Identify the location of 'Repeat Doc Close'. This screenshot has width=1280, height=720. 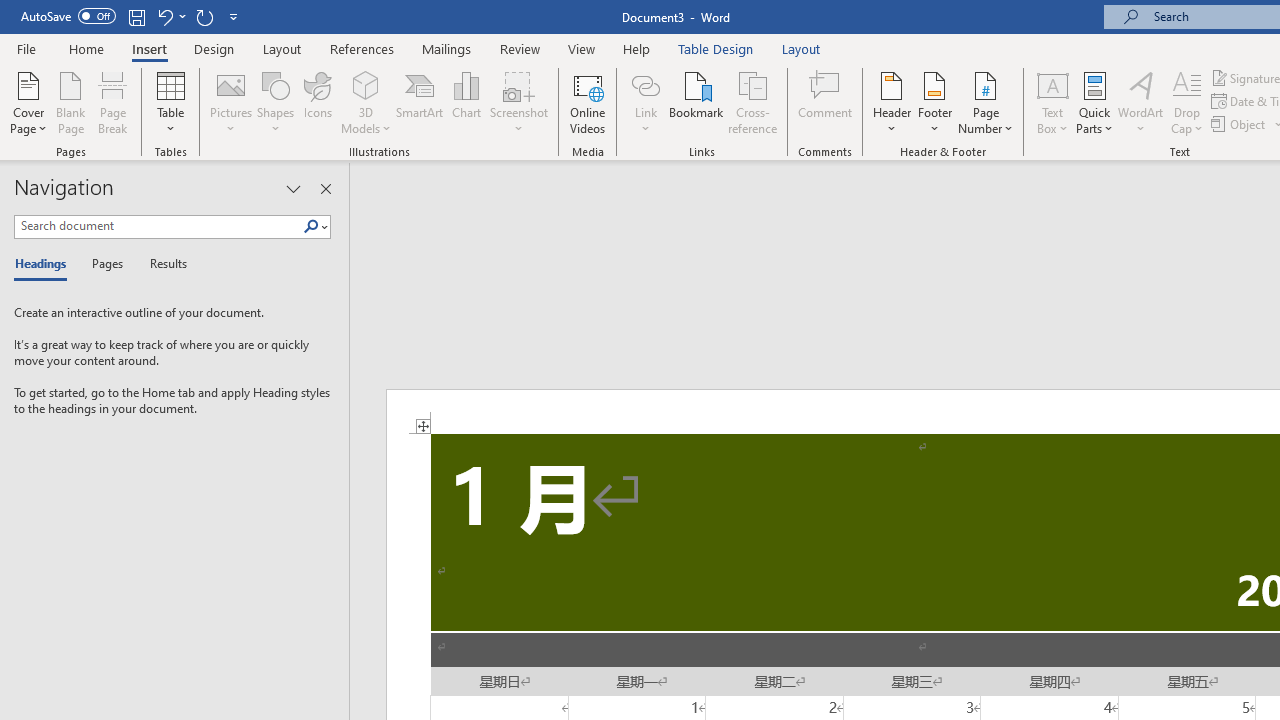
(204, 16).